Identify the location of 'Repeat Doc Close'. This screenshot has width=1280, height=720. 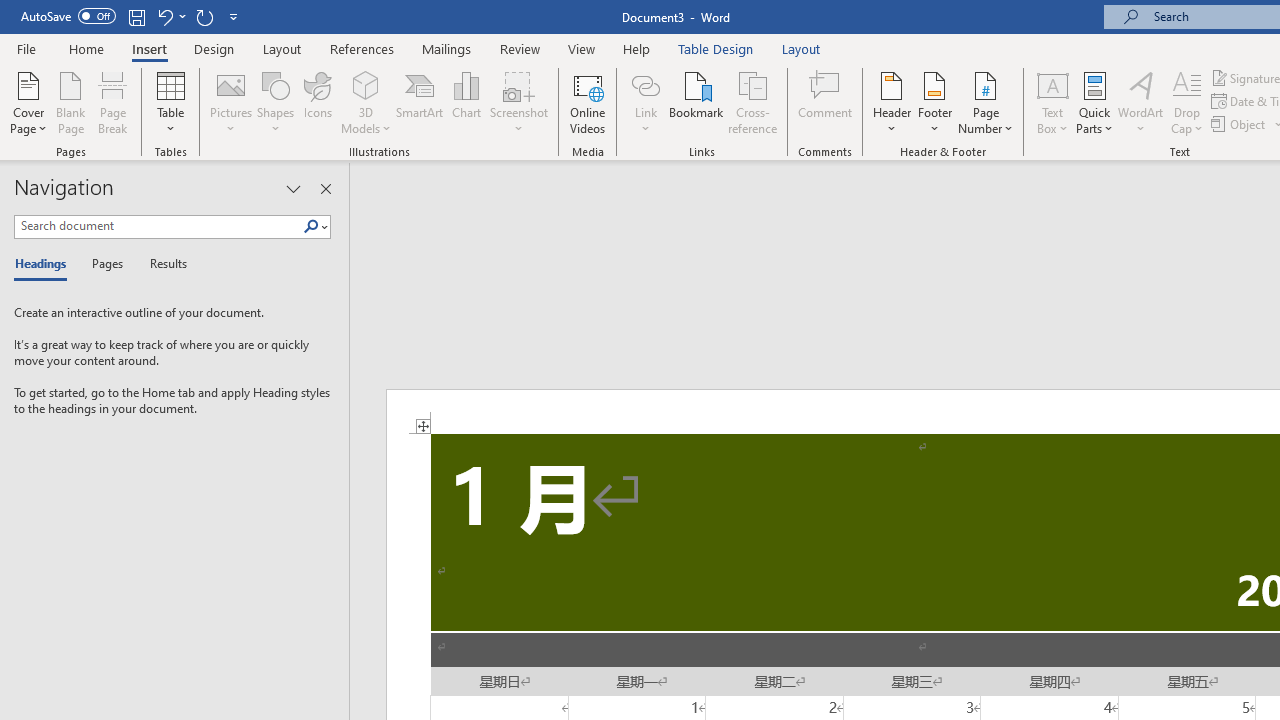
(204, 16).